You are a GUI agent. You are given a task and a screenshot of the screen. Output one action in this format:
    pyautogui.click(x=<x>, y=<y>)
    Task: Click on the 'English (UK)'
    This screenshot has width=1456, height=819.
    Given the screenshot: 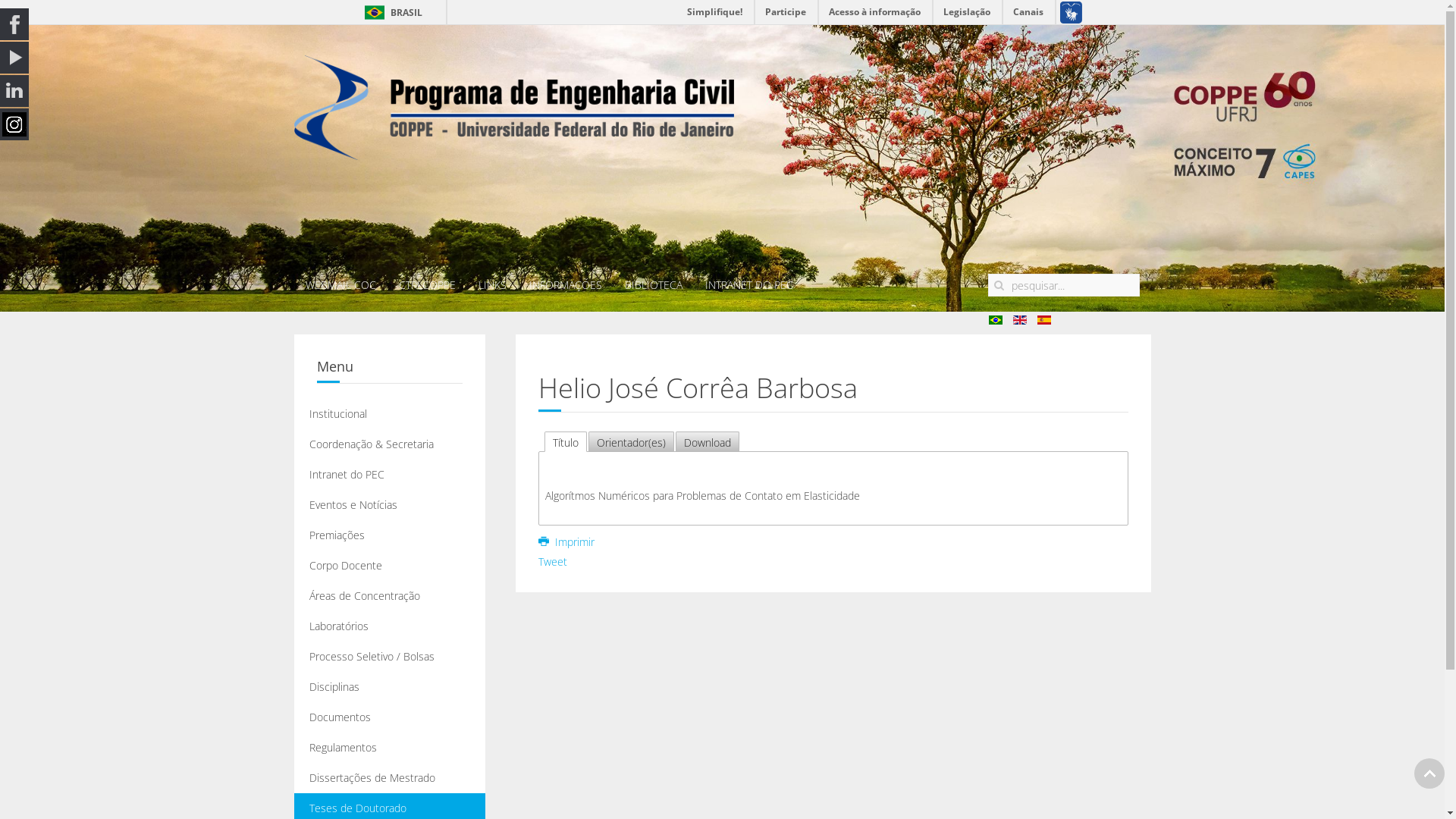 What is the action you would take?
    pyautogui.click(x=1019, y=318)
    